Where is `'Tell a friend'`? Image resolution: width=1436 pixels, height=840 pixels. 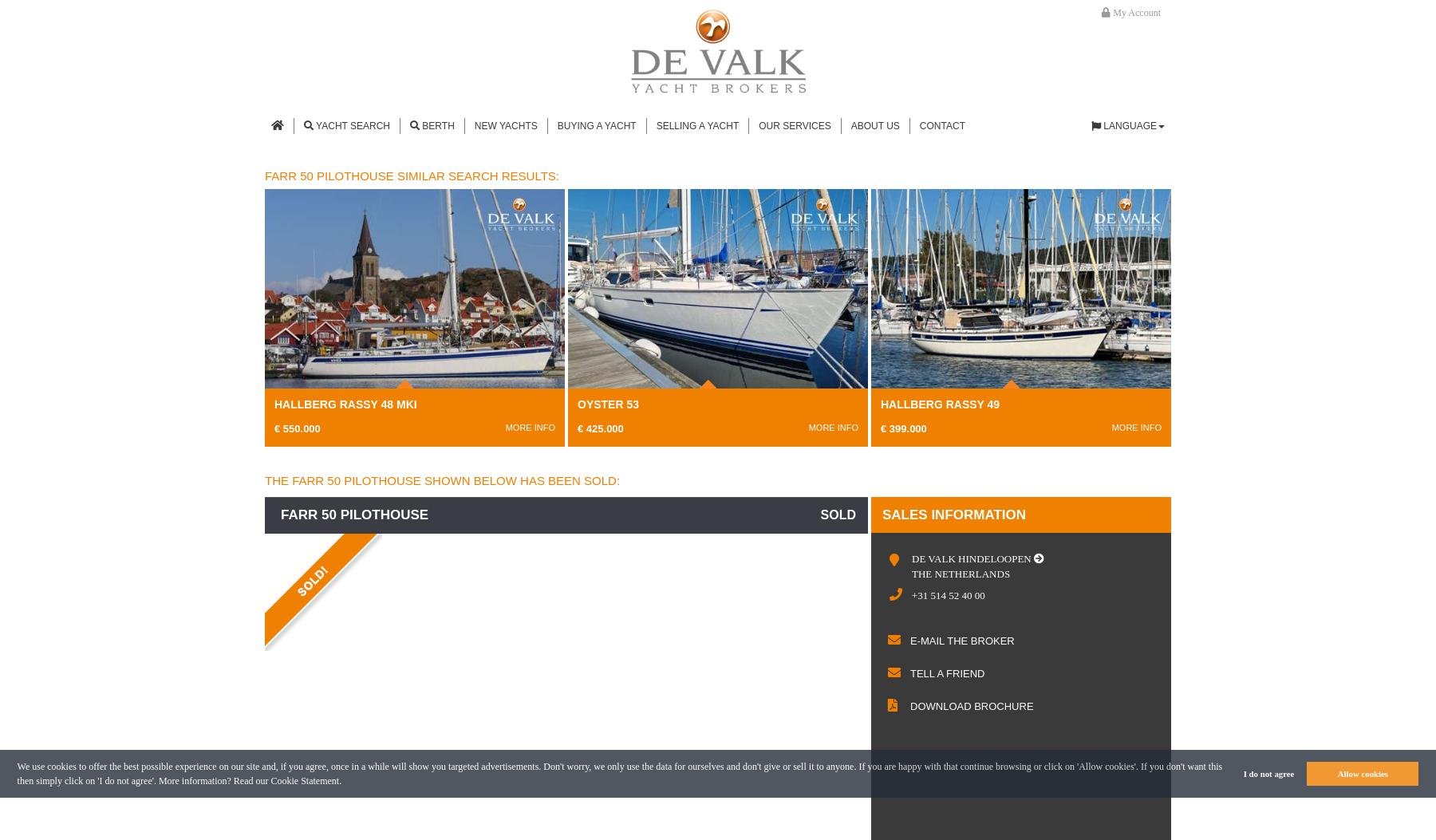
'Tell a friend' is located at coordinates (946, 672).